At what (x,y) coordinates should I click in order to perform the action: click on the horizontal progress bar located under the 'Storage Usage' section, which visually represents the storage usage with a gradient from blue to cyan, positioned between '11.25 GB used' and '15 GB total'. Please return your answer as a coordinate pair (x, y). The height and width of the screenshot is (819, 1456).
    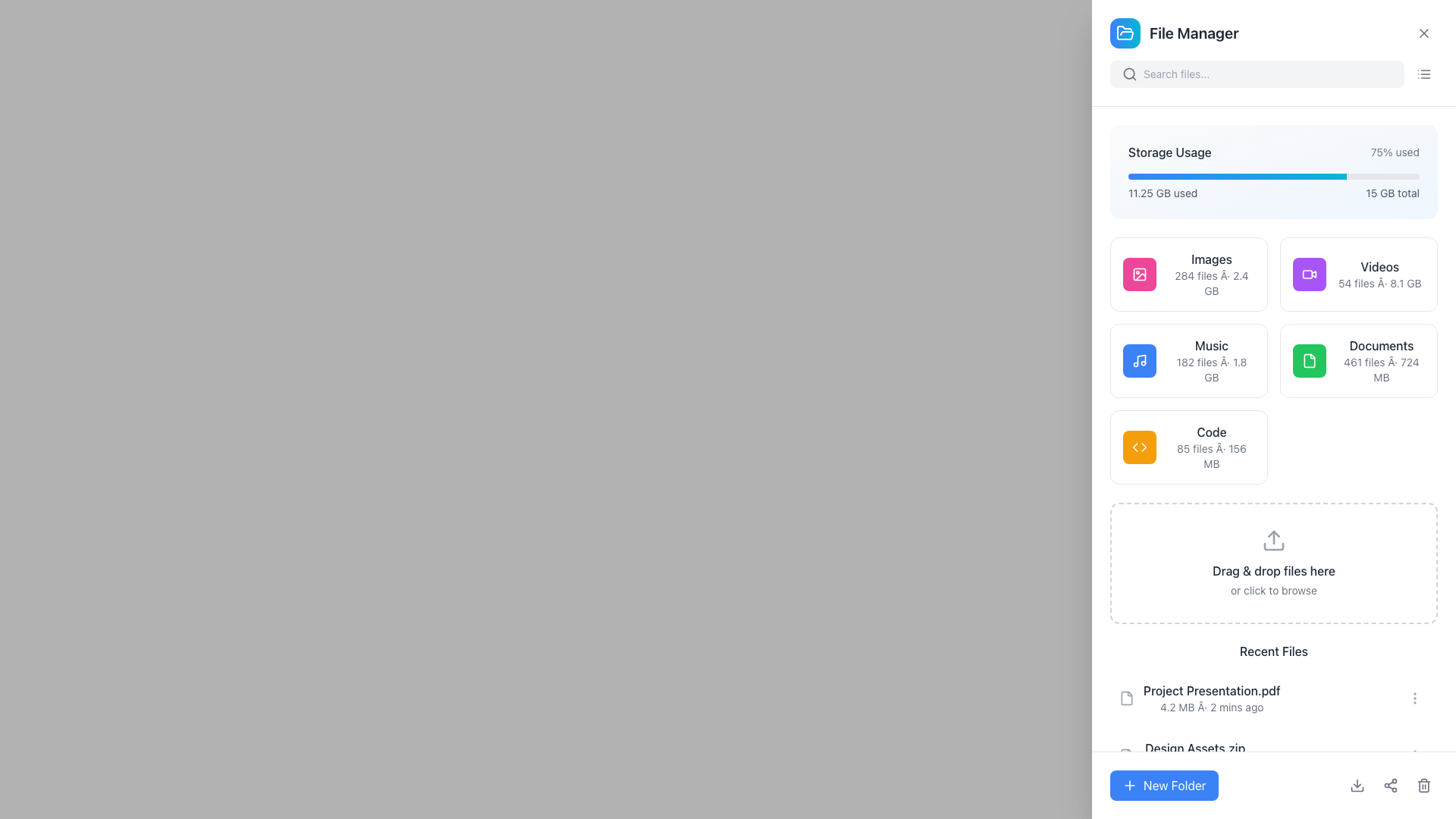
    Looking at the image, I should click on (1274, 175).